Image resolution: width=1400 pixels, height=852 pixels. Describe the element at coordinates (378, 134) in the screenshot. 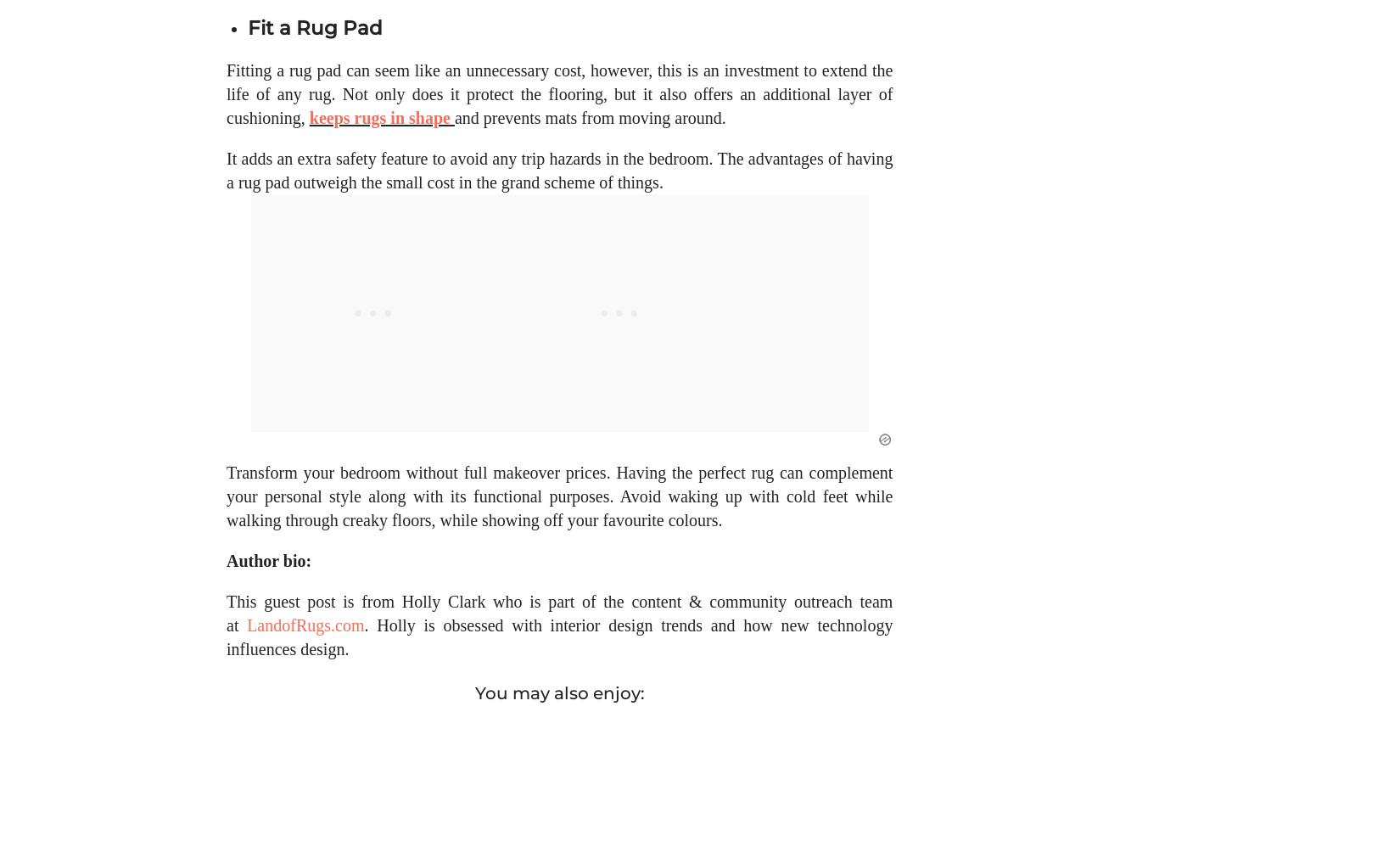

I see `'keeps rugs in shape'` at that location.